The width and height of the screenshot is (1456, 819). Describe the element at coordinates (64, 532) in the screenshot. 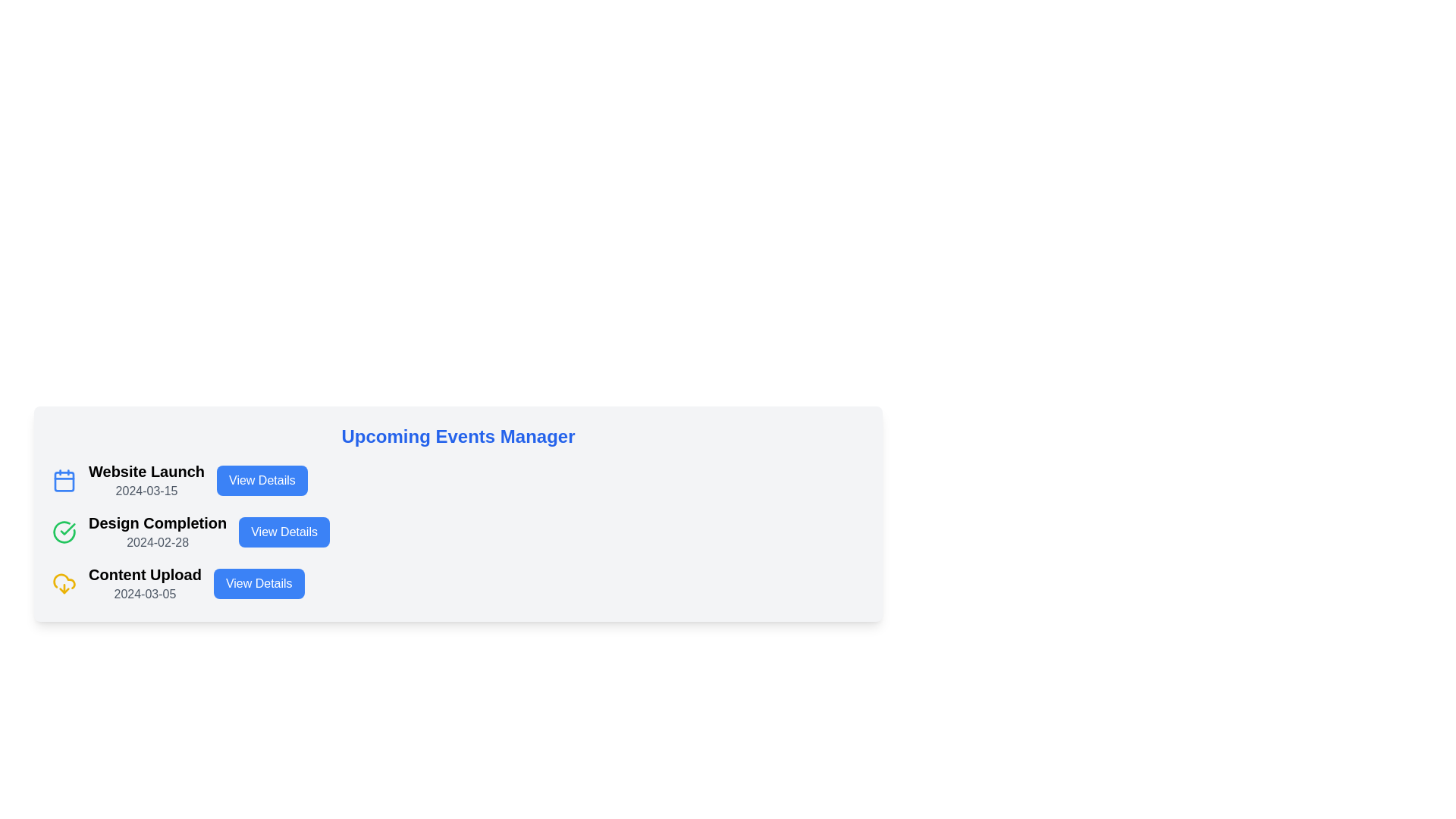

I see `the status icon indicating task completion for 'Design Completion' under 'Upcoming Events Manager'` at that location.